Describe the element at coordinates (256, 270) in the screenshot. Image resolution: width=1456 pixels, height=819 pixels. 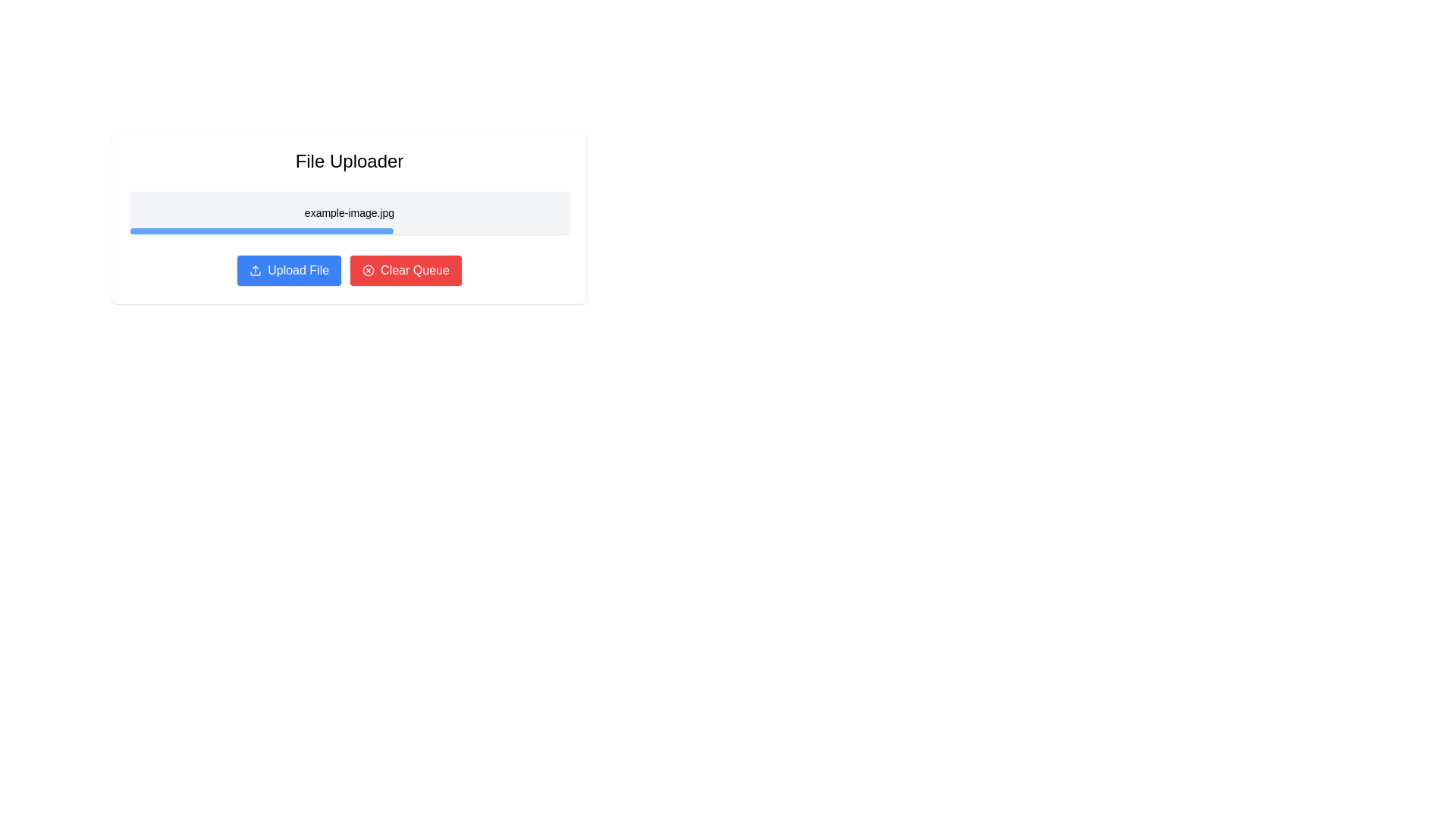
I see `the upload icon, which features an upward-pointing arrow in a minimalistic outline format, located on the left side of the 'Upload File' button under the progress bar` at that location.